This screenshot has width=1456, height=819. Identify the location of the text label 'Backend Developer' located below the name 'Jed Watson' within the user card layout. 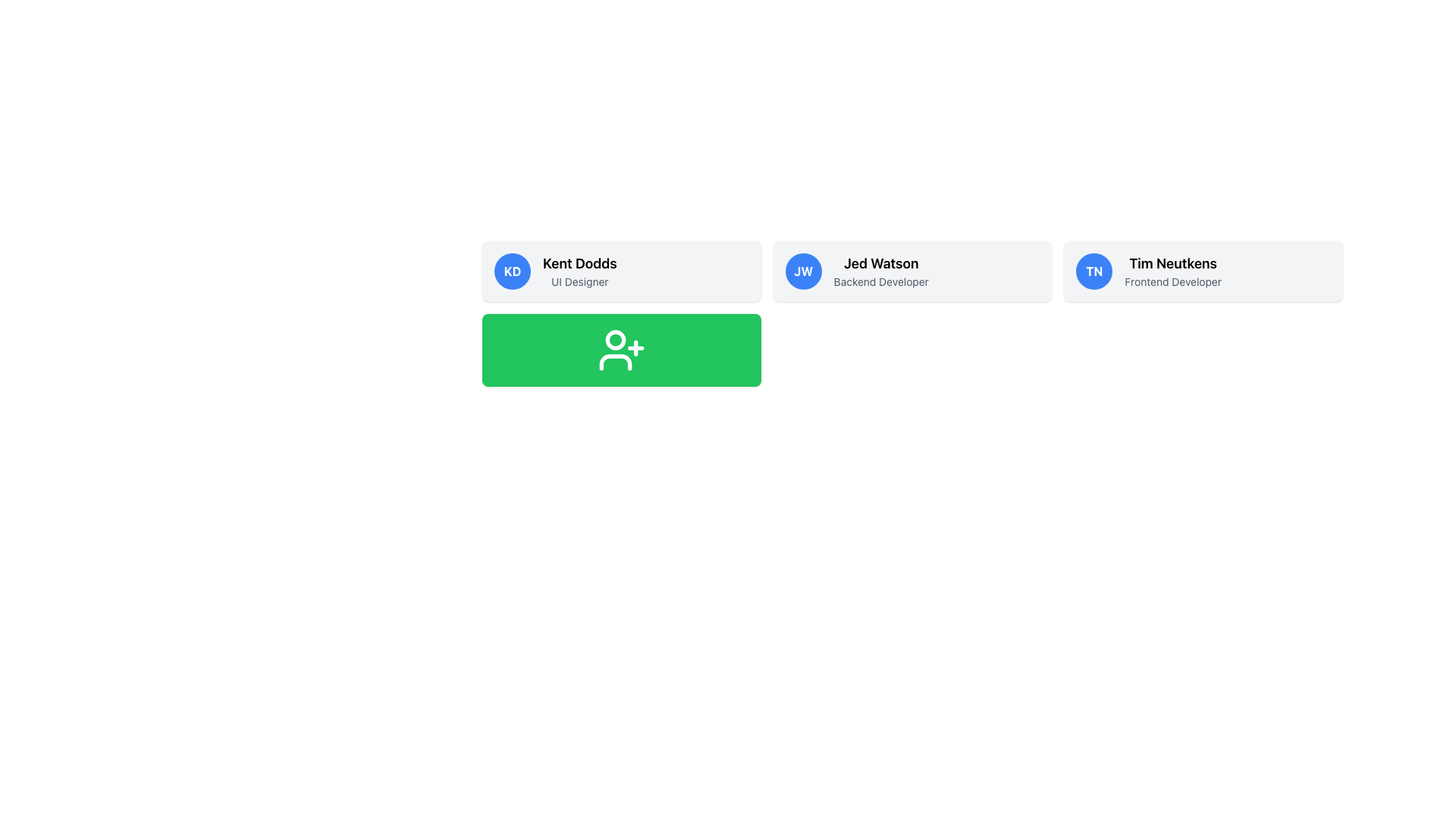
(881, 281).